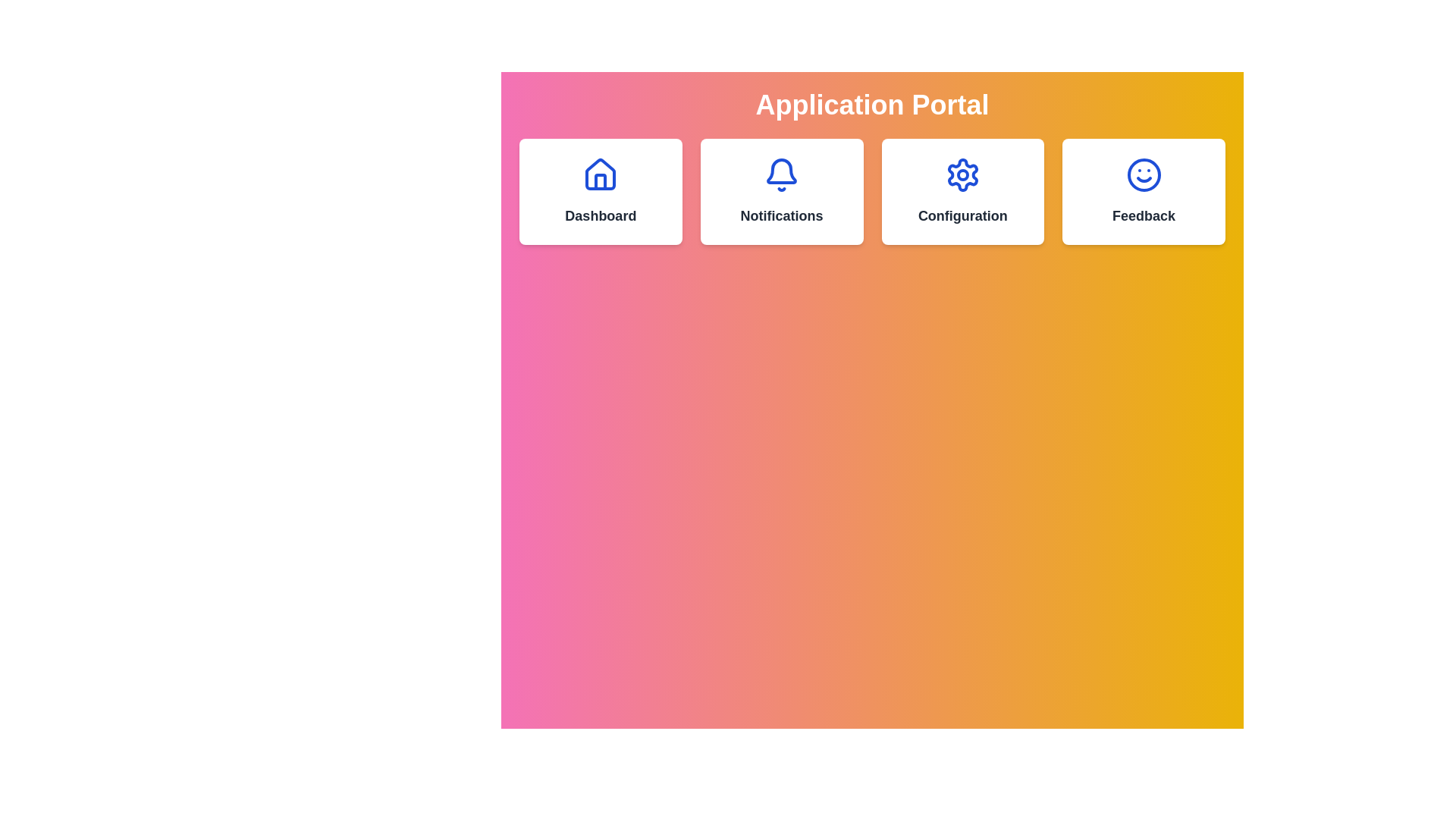 The image size is (1456, 819). Describe the element at coordinates (962, 174) in the screenshot. I see `the decorative graphical circle located centrally within the SVG gear icon, the third icon under the title 'Application Portal'` at that location.